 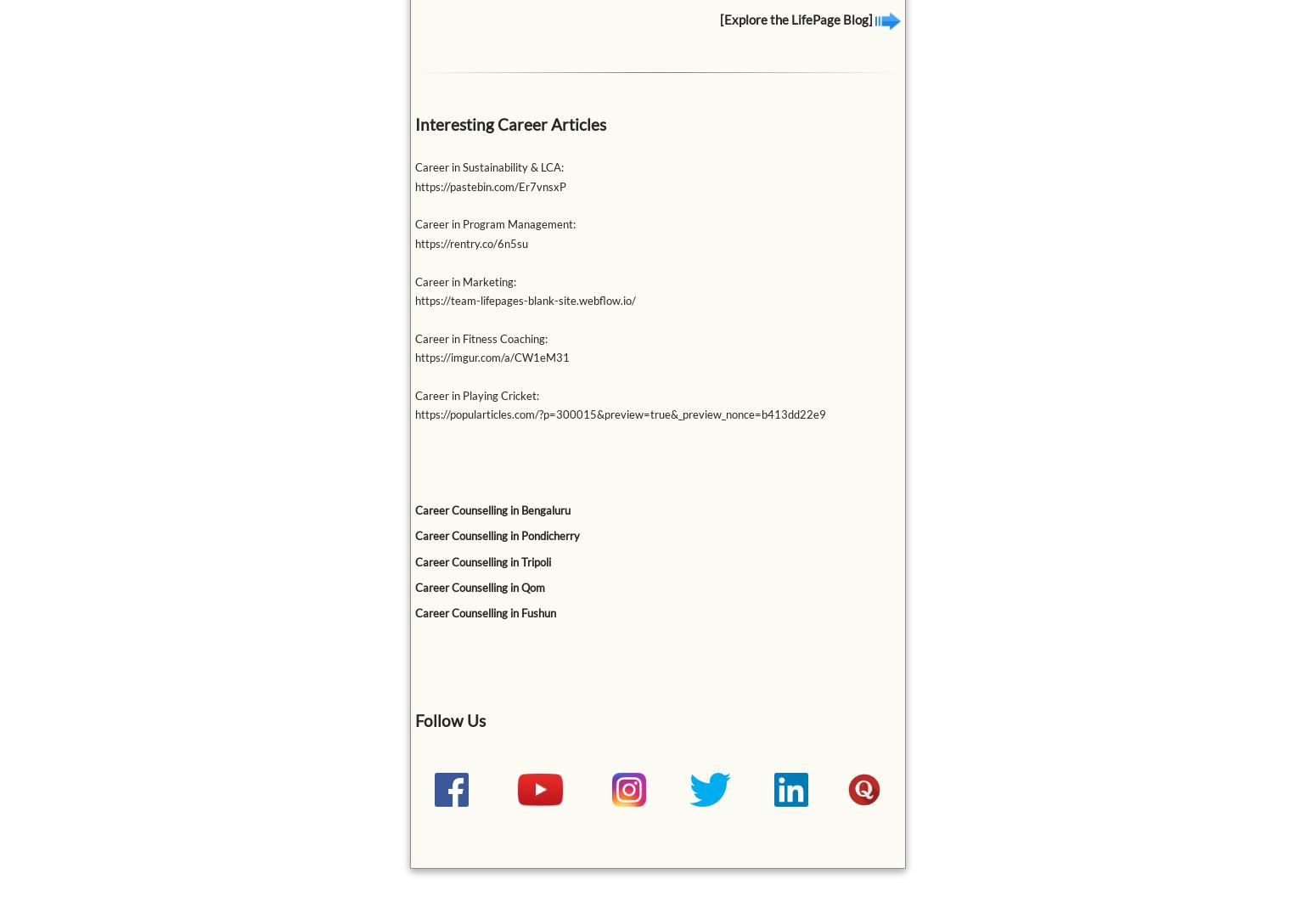 I want to click on 'Career Counselling in Pondicherry', so click(x=496, y=534).